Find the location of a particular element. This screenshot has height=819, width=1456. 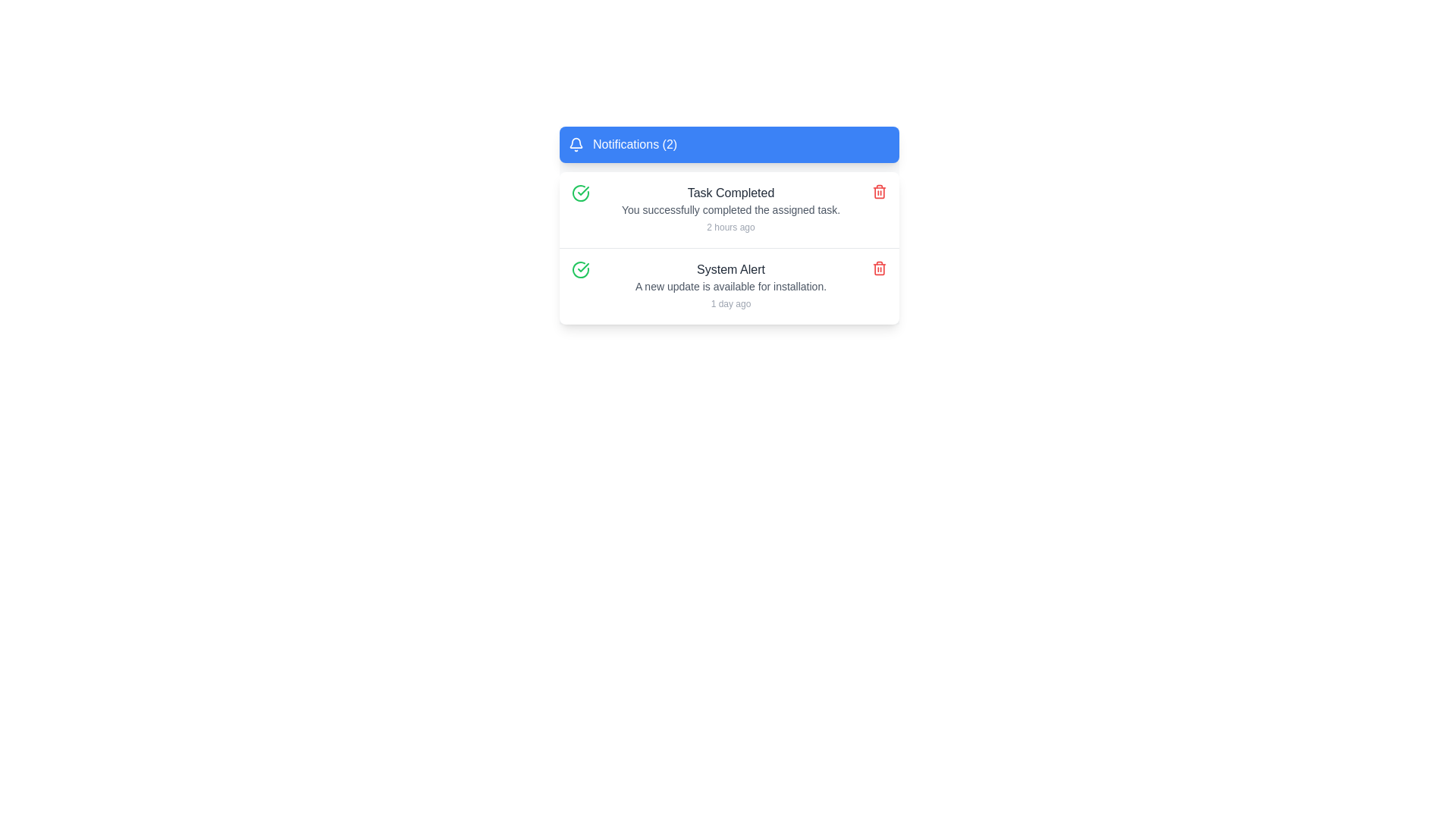

the small text label displaying '1 day ago', which is styled in light gray and positioned under the 'System Alert' message in the bottom right corner of the alert block is located at coordinates (731, 304).